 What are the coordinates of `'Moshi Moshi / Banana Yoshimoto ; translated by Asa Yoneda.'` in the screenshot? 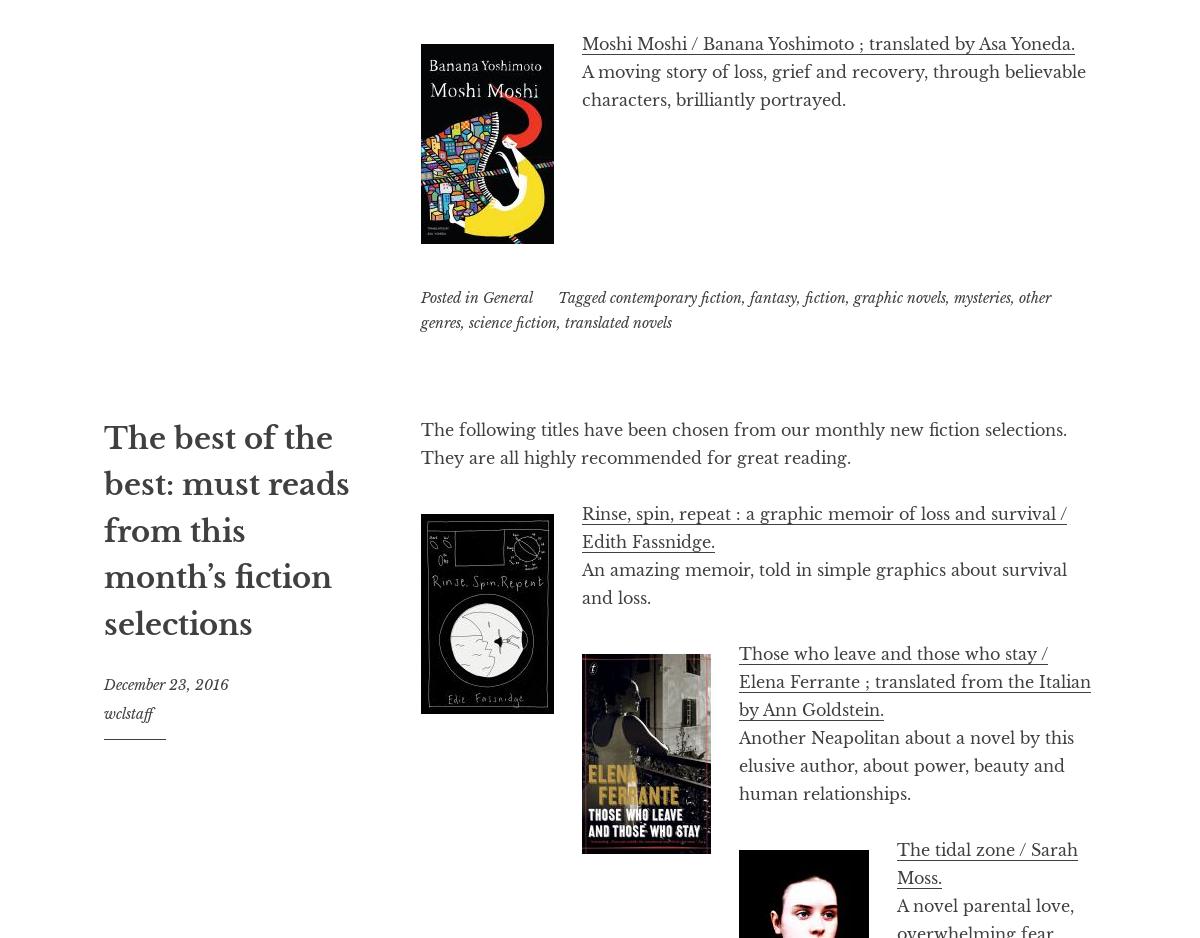 It's located at (827, 42).